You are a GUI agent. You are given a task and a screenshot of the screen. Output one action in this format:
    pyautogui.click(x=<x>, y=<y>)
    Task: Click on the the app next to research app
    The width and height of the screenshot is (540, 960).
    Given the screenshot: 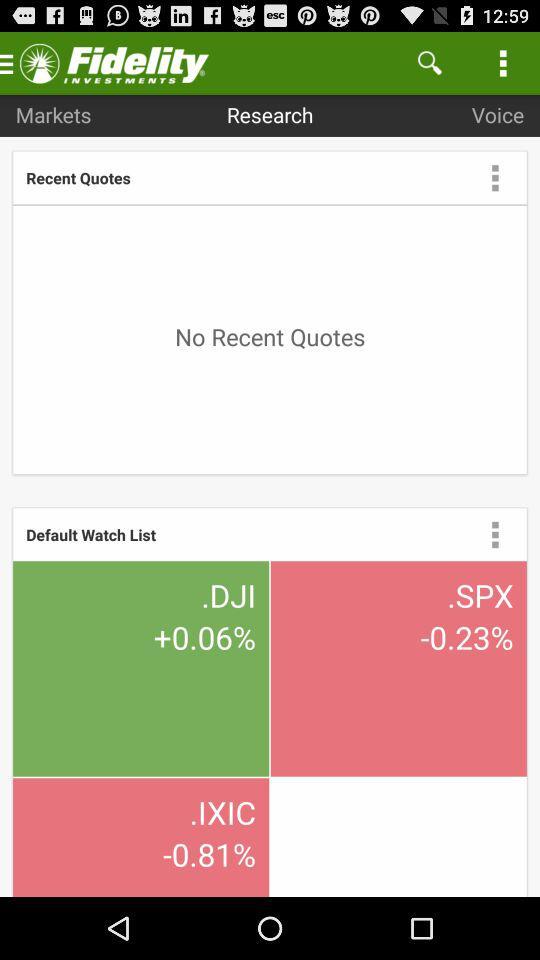 What is the action you would take?
    pyautogui.click(x=428, y=62)
    